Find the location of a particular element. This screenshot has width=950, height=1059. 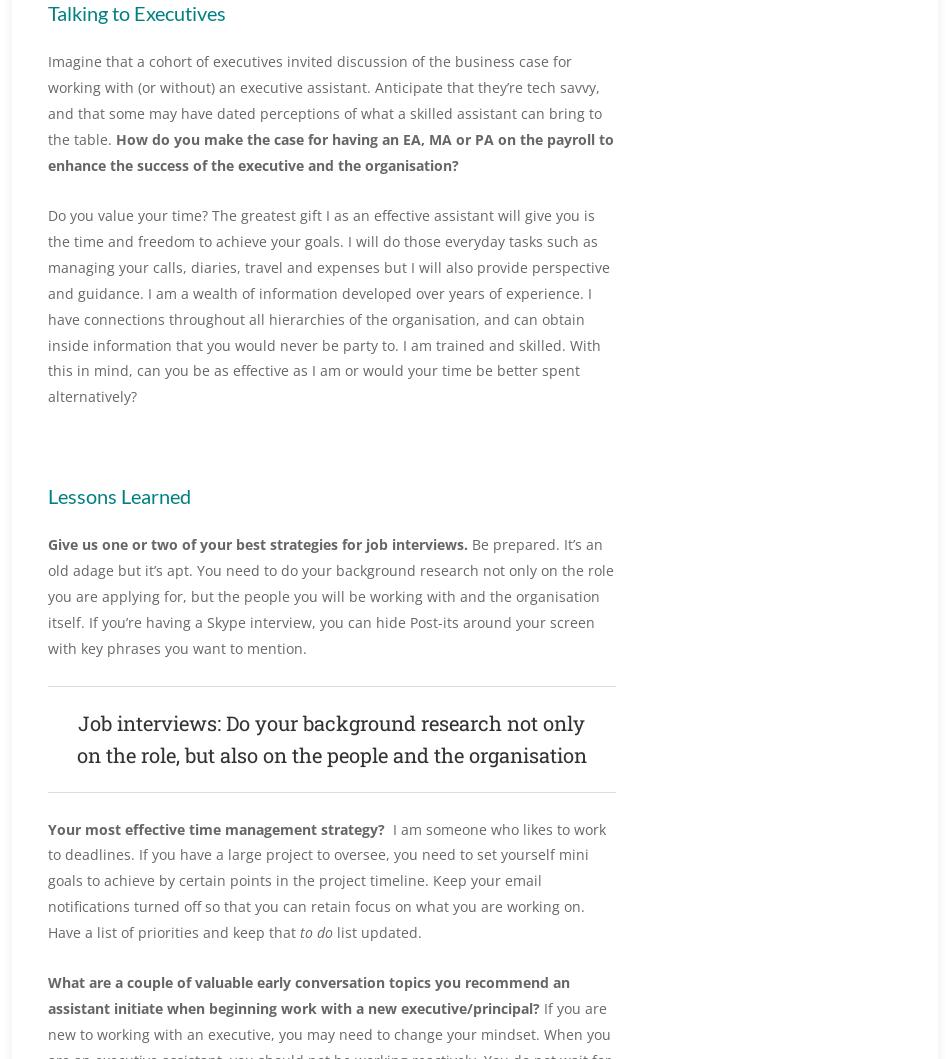

'Job interviews: Do your background research not only on the role, but also on the people and the organisation' is located at coordinates (329, 738).